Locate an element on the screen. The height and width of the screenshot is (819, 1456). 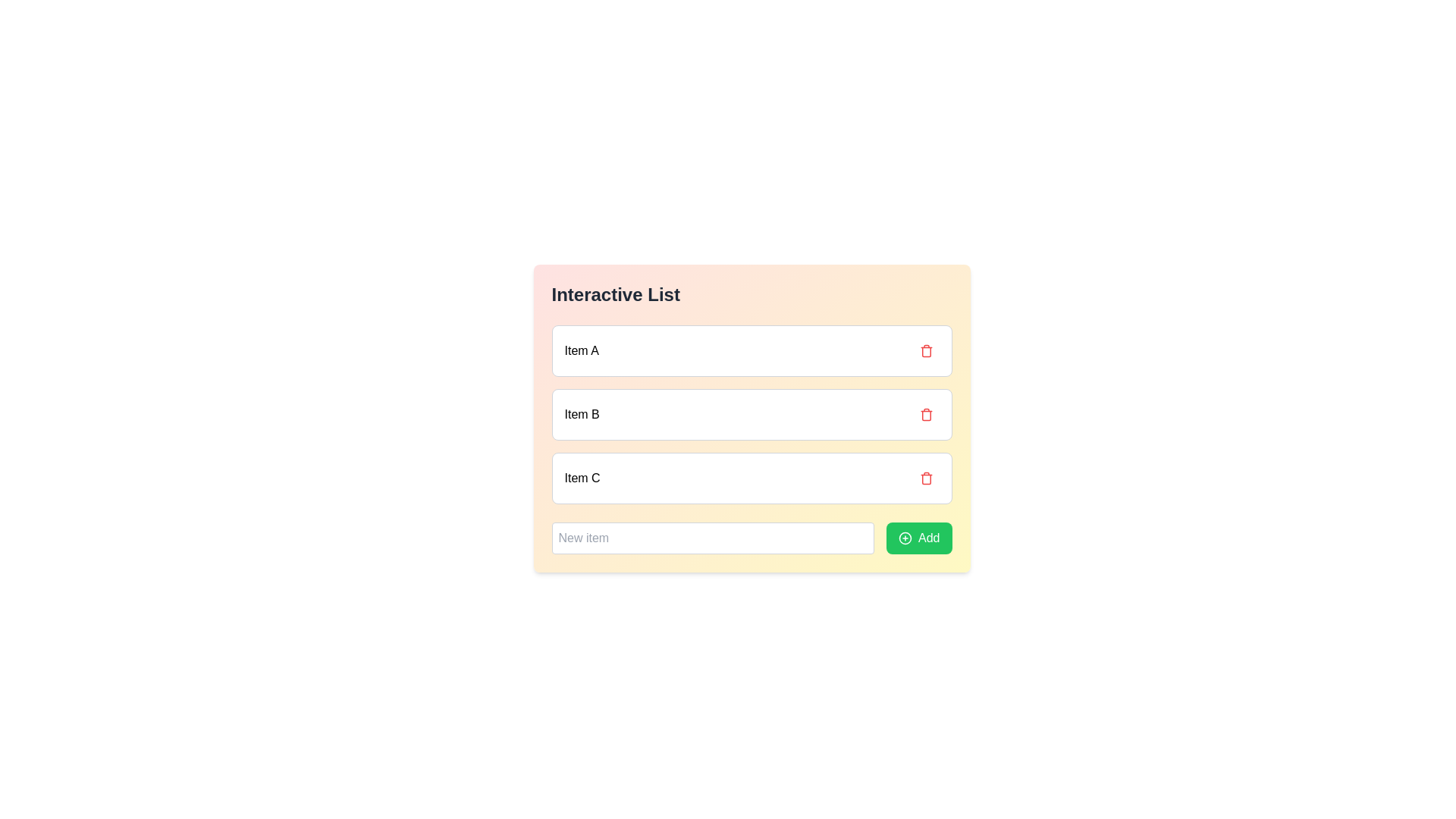
the trash bin icon button outlined in red is located at coordinates (925, 415).